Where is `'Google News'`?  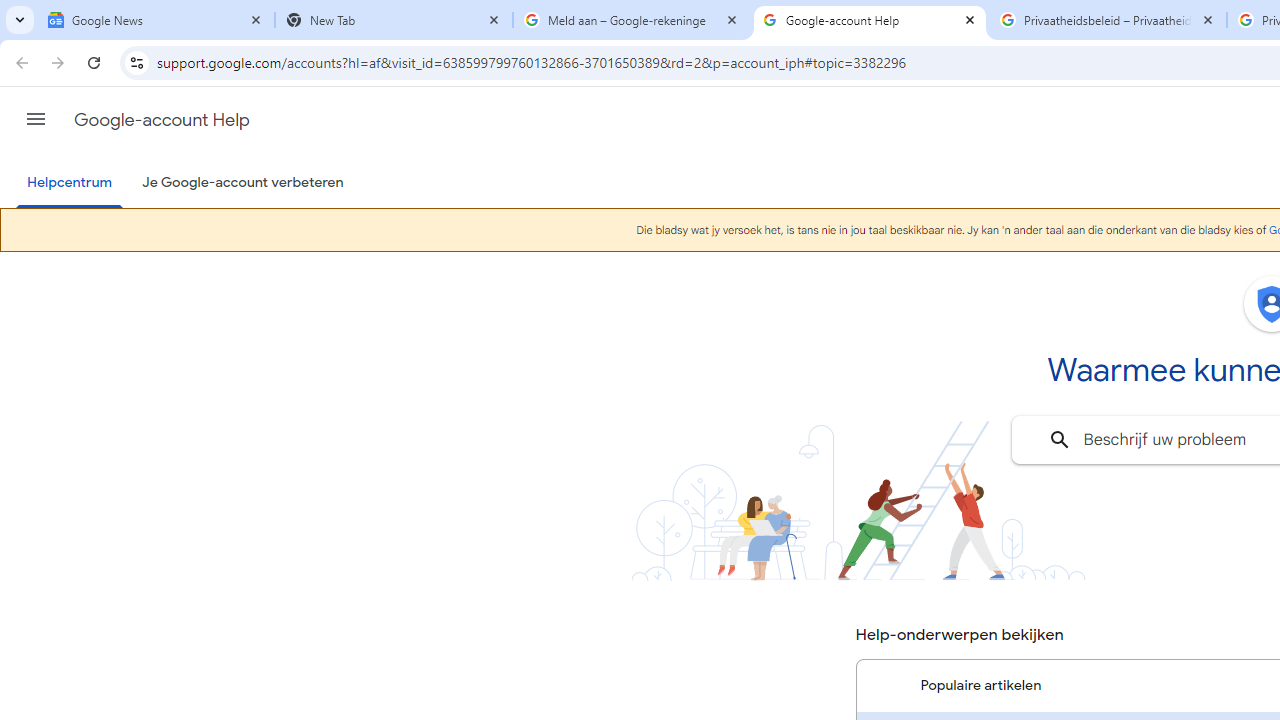 'Google News' is located at coordinates (155, 20).